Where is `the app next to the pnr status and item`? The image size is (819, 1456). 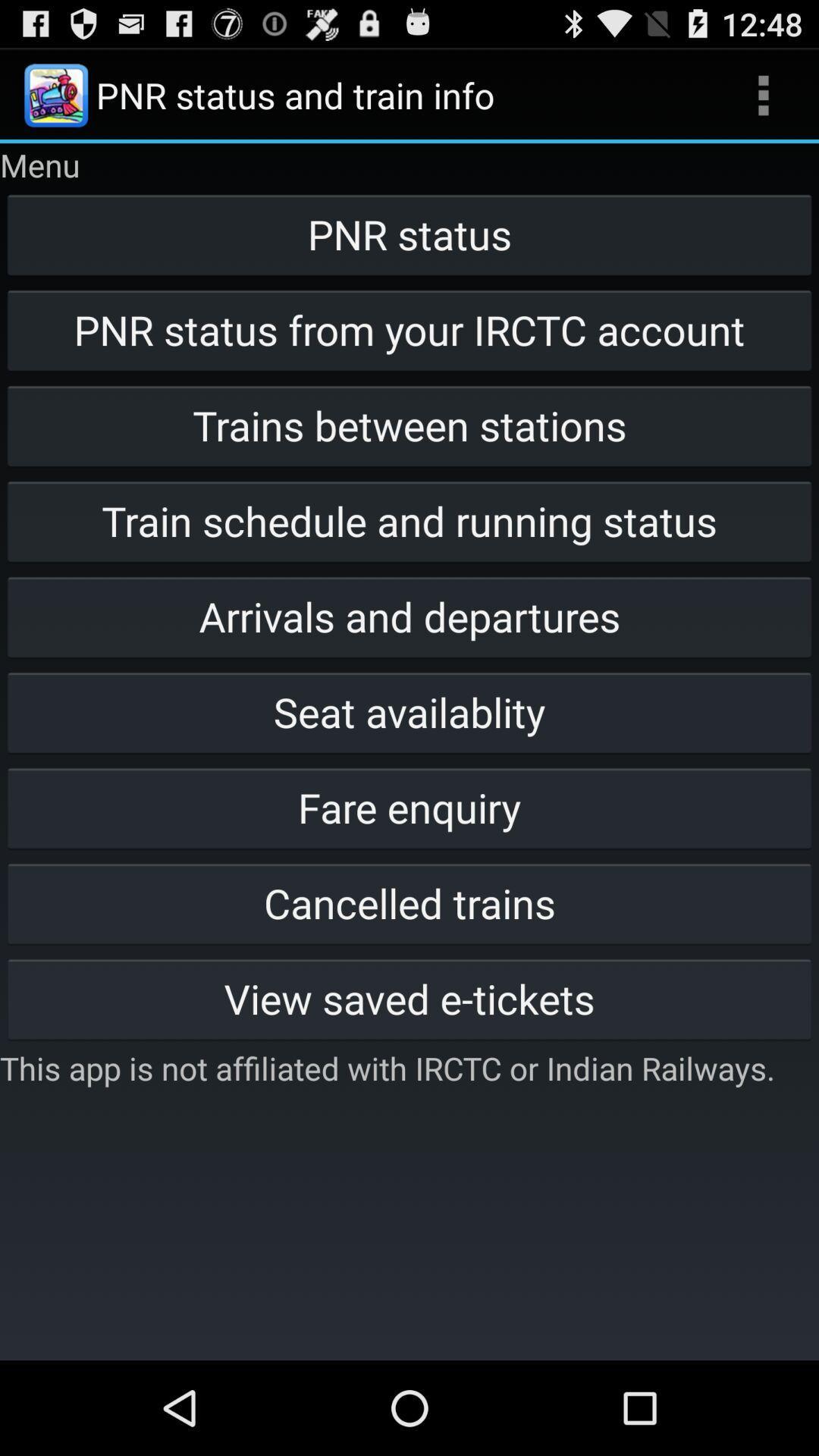 the app next to the pnr status and item is located at coordinates (763, 94).